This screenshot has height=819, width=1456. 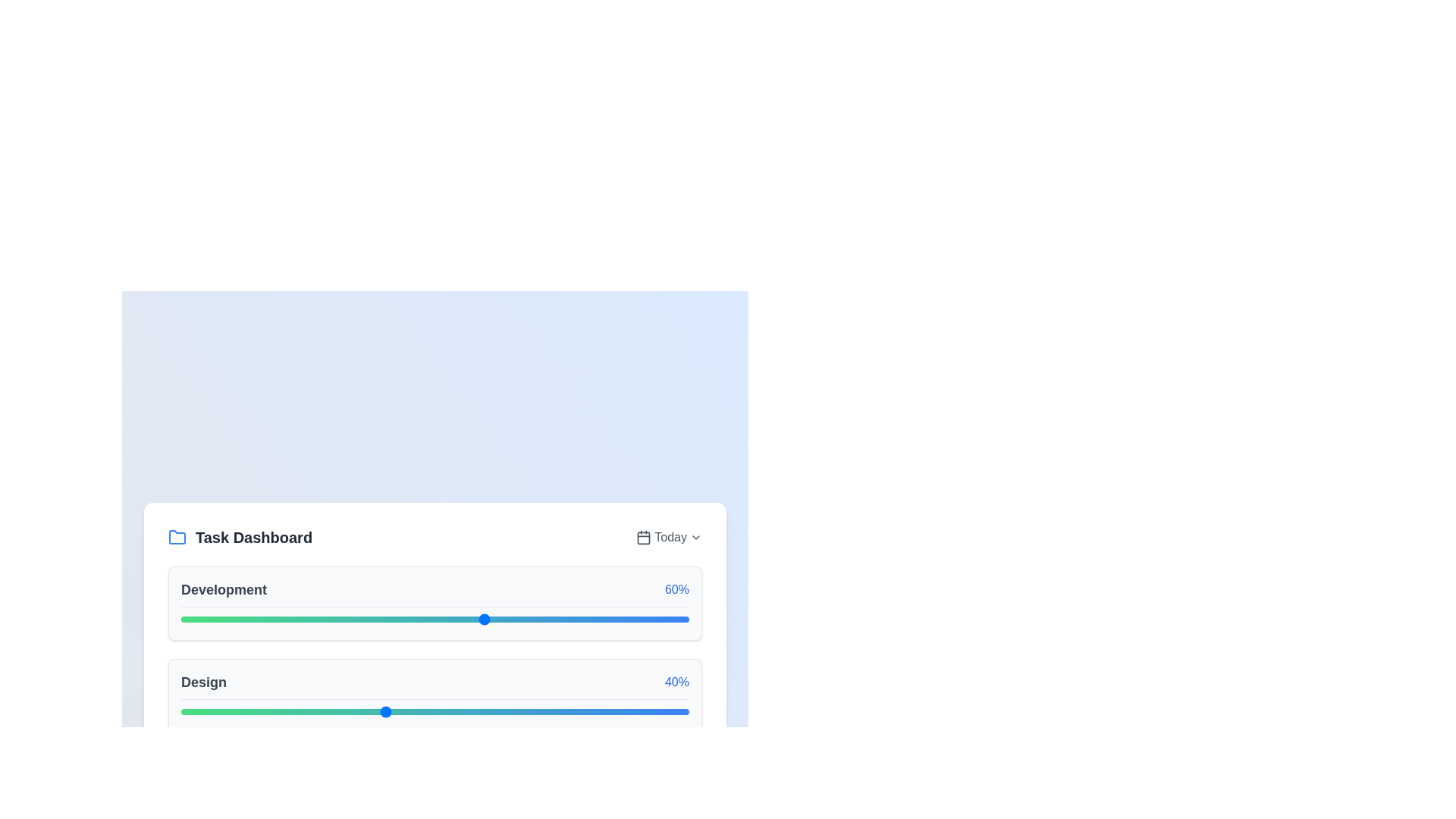 What do you see at coordinates (337, 620) in the screenshot?
I see `the development progress` at bounding box center [337, 620].